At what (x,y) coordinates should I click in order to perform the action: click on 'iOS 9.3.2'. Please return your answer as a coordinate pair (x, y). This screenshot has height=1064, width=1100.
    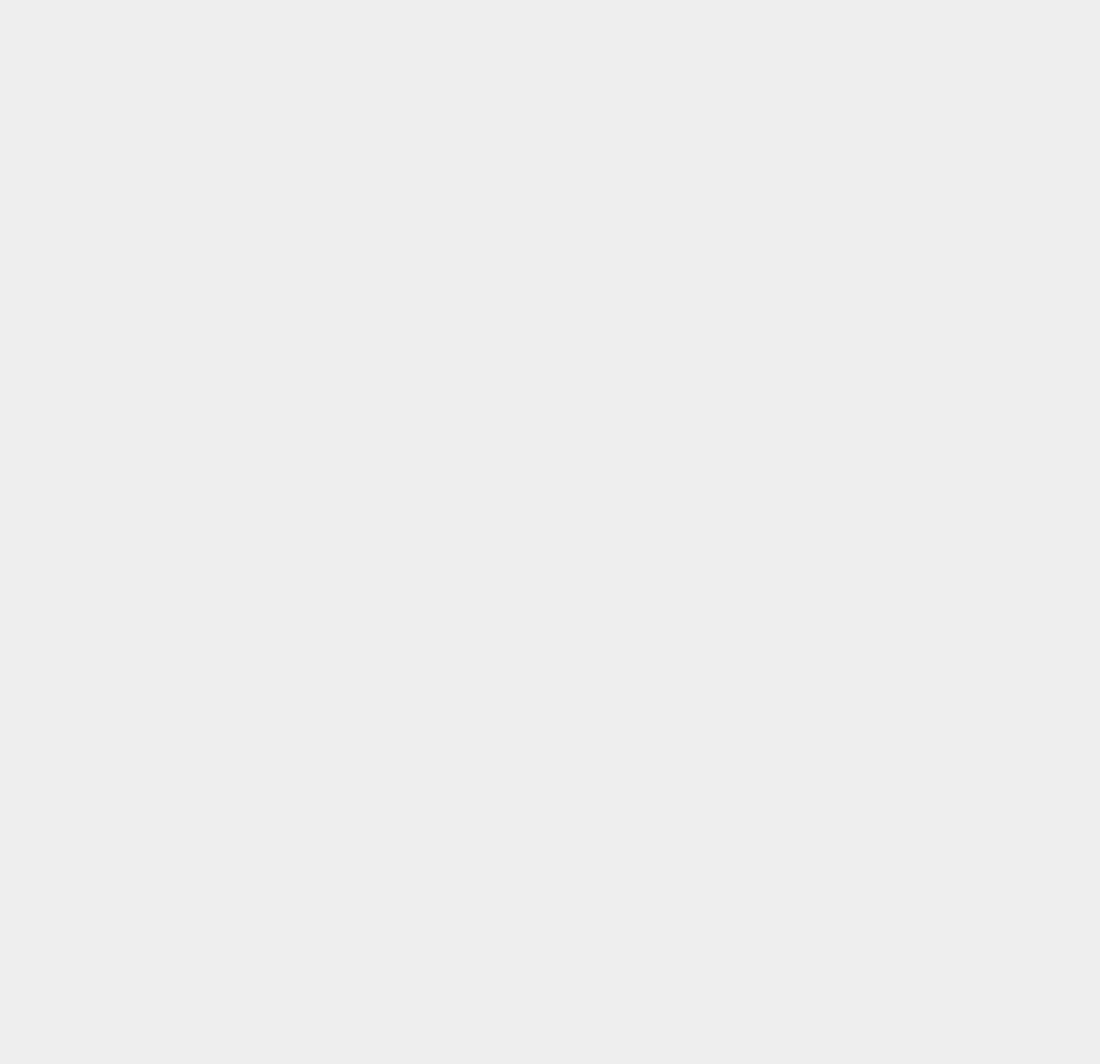
    Looking at the image, I should click on (805, 725).